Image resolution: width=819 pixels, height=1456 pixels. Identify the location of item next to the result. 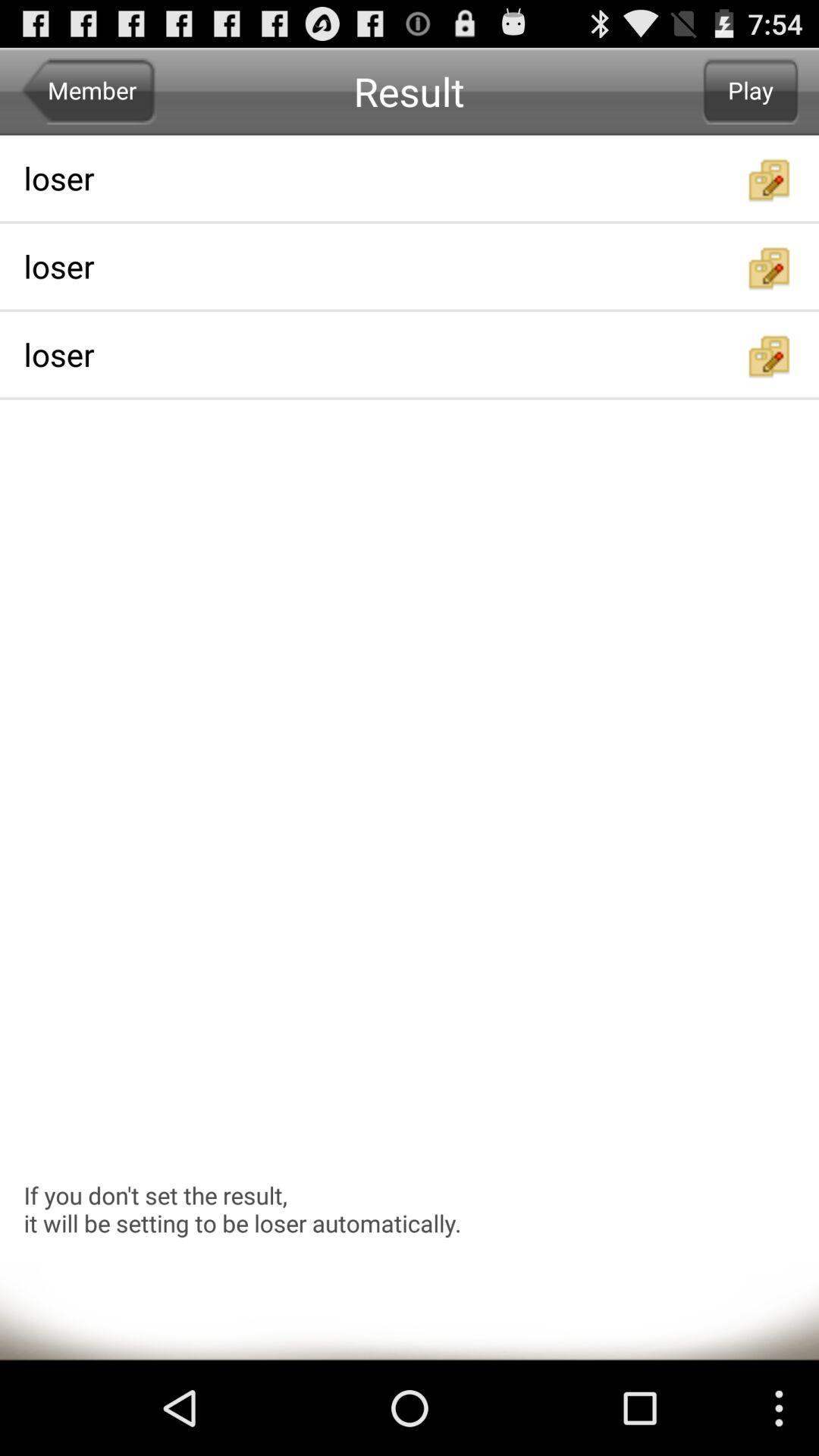
(88, 90).